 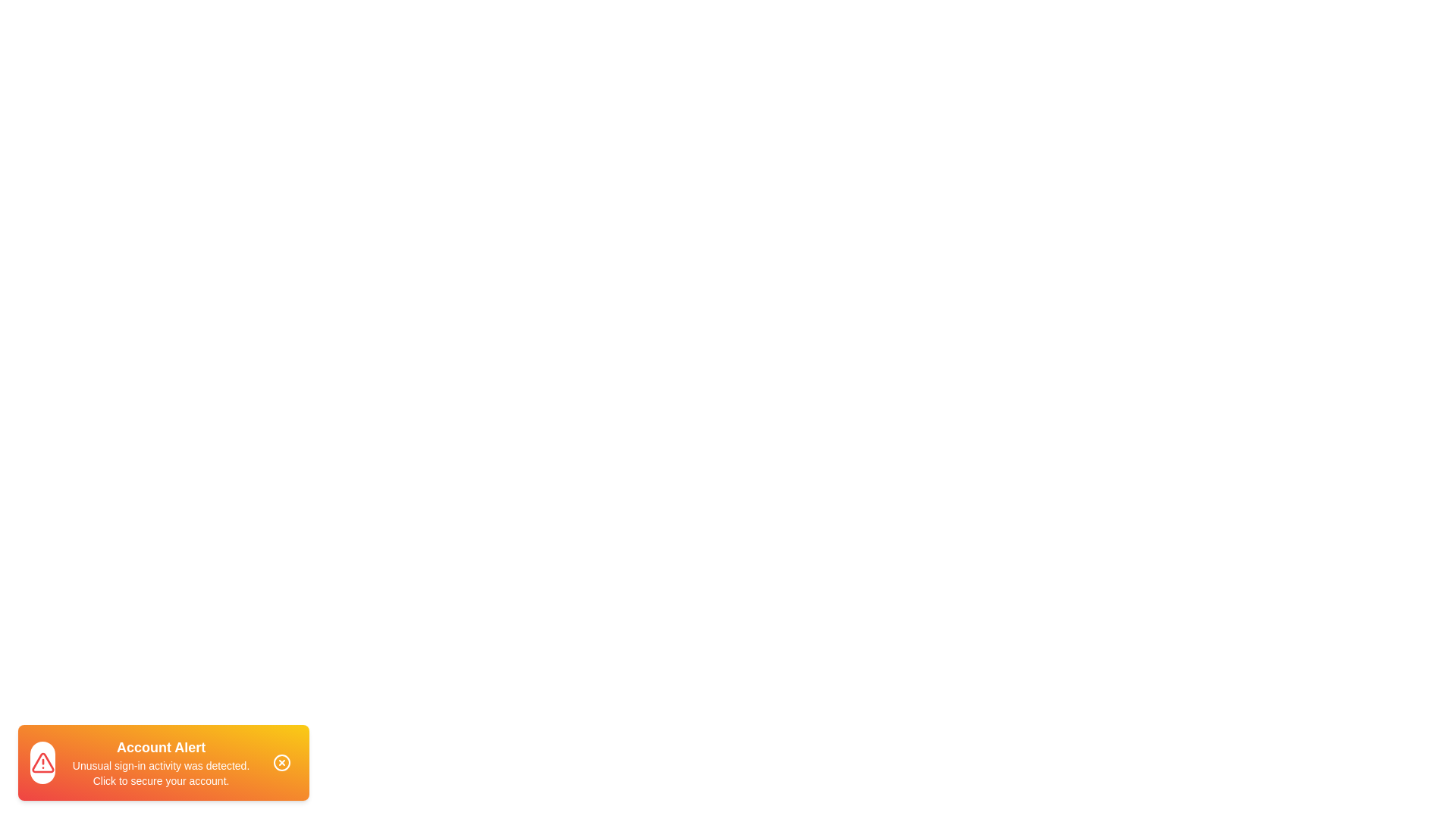 I want to click on the alert icon to observe its state, so click(x=42, y=763).